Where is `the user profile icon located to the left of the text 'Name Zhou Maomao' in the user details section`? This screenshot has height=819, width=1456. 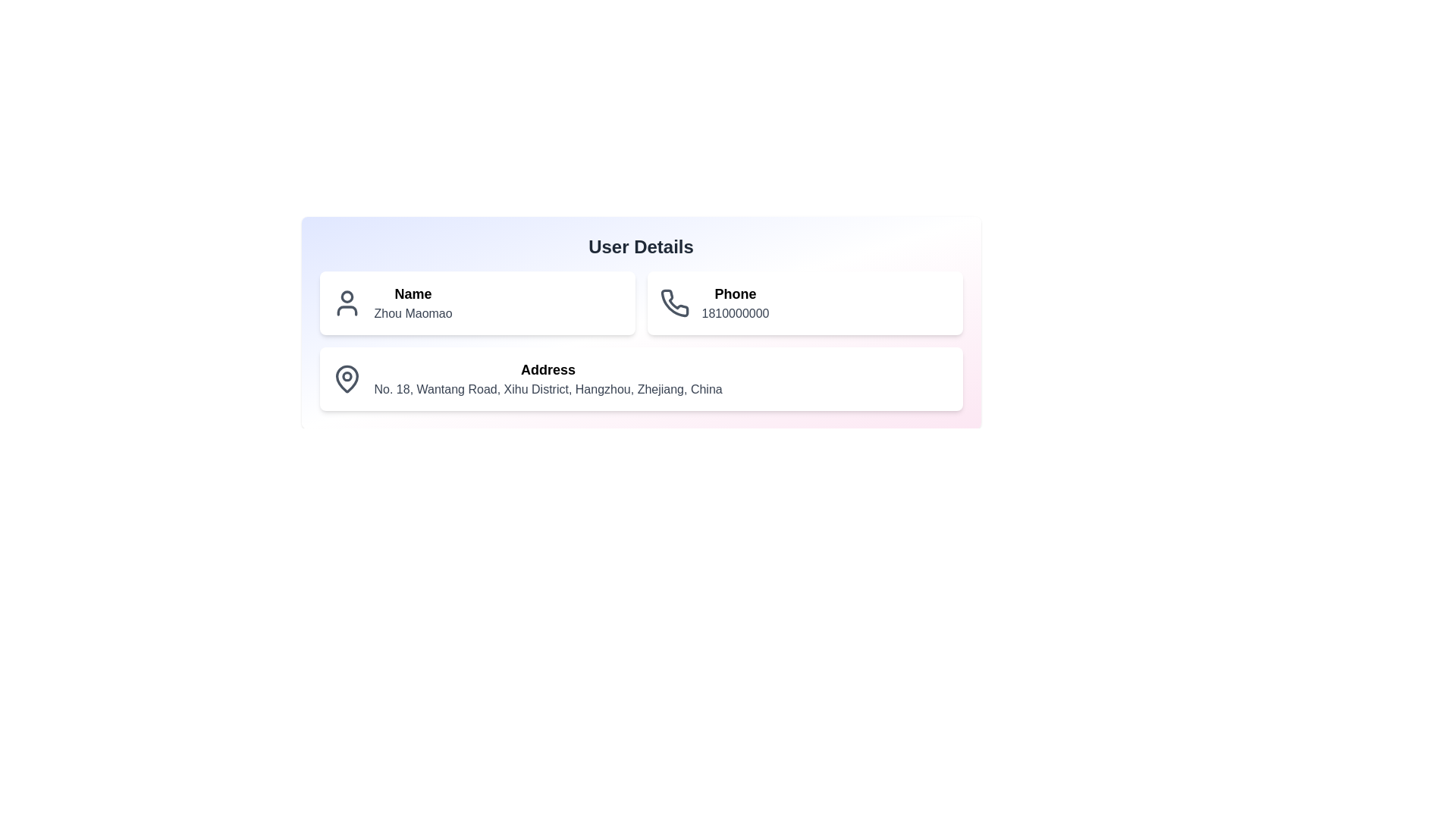
the user profile icon located to the left of the text 'Name Zhou Maomao' in the user details section is located at coordinates (346, 297).